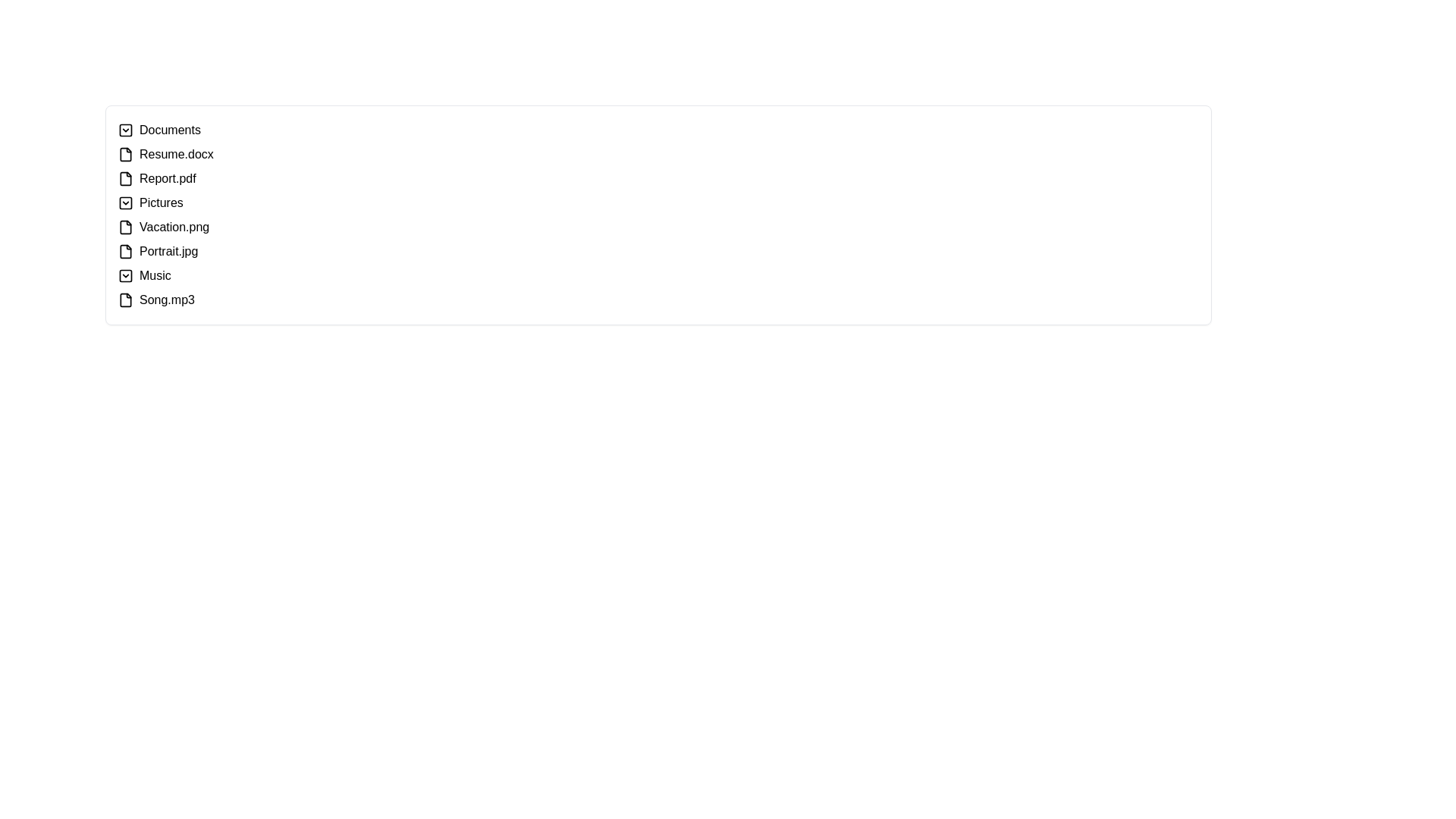 The image size is (1456, 819). I want to click on the file icon graphic representation located to the left of the label text 'Portrait.jpg', which features a folded corner at the top right, so click(126, 250).